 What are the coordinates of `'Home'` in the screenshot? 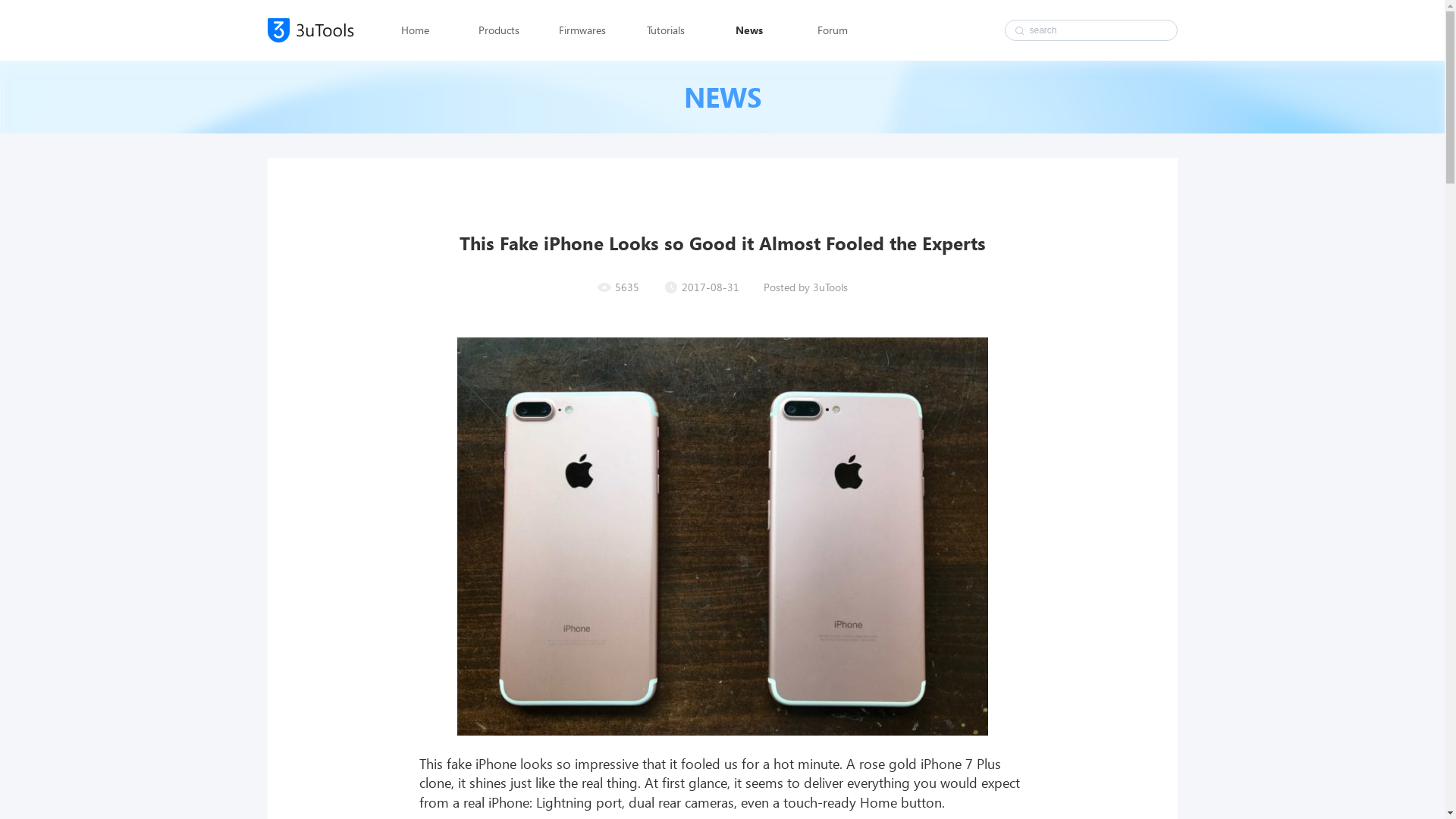 It's located at (415, 30).